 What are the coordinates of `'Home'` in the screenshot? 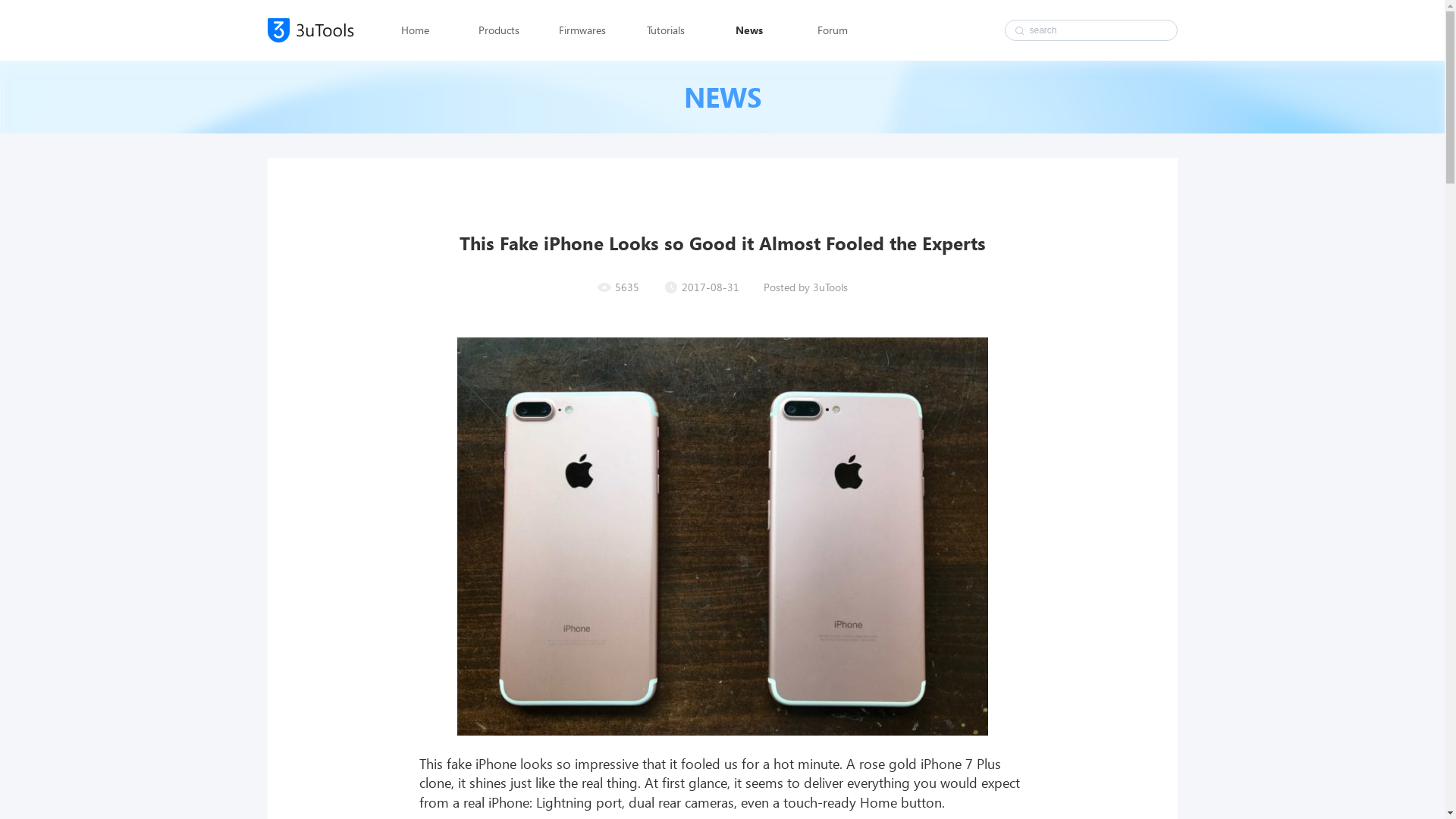 It's located at (415, 30).